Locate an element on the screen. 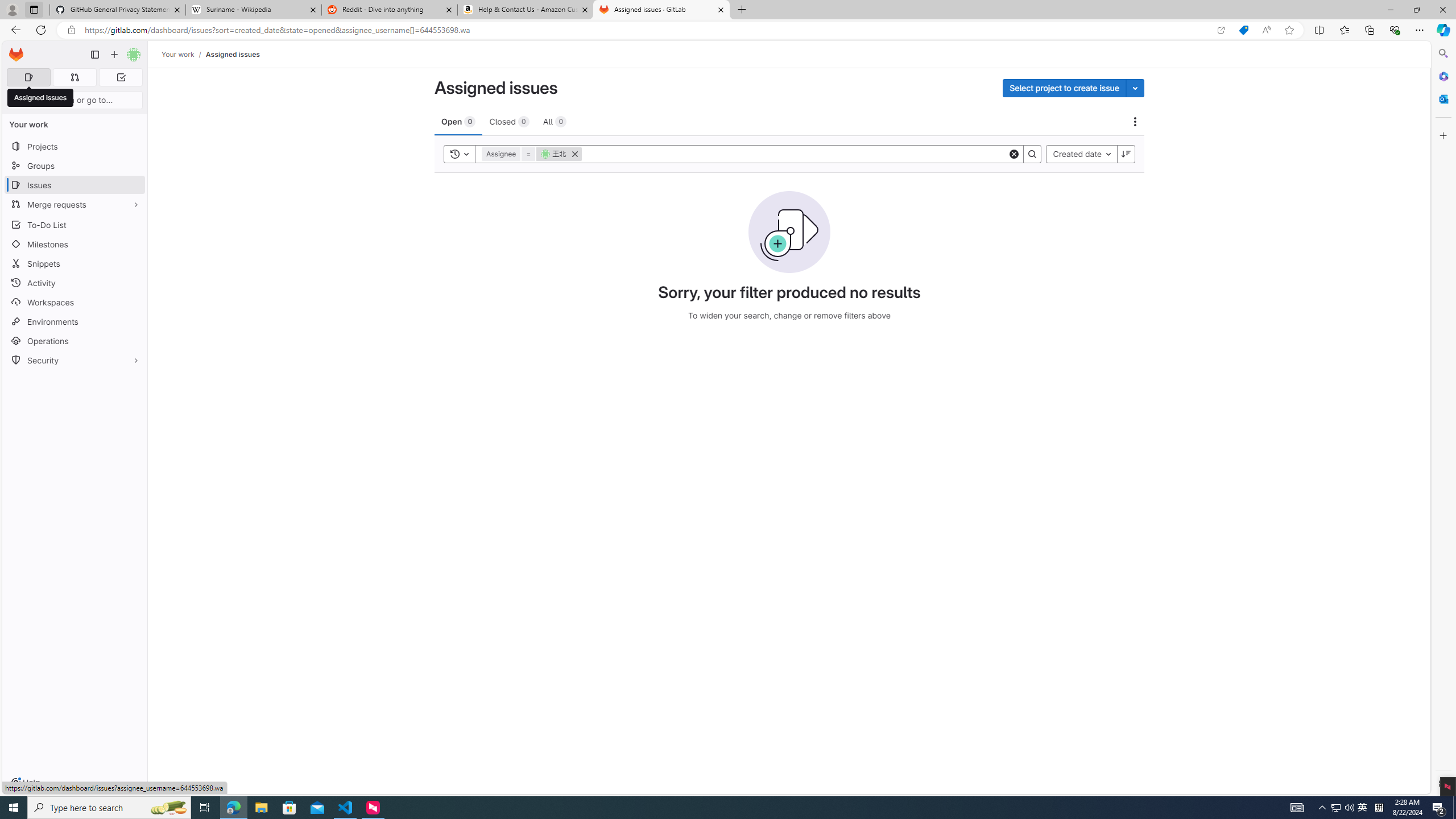 The width and height of the screenshot is (1456, 819). 'Open 0' is located at coordinates (458, 121).